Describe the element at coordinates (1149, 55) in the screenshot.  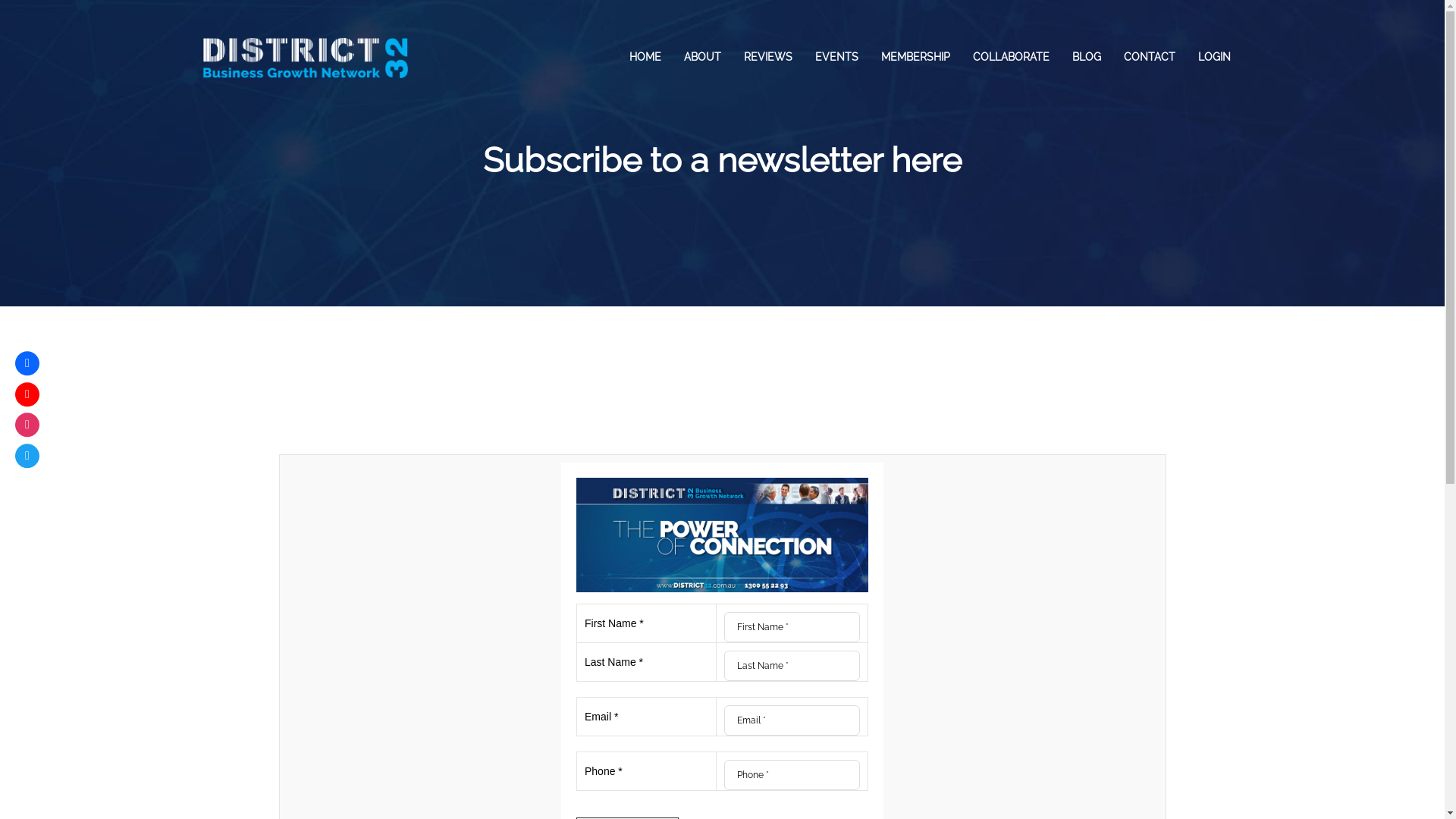
I see `'CONTACT'` at that location.